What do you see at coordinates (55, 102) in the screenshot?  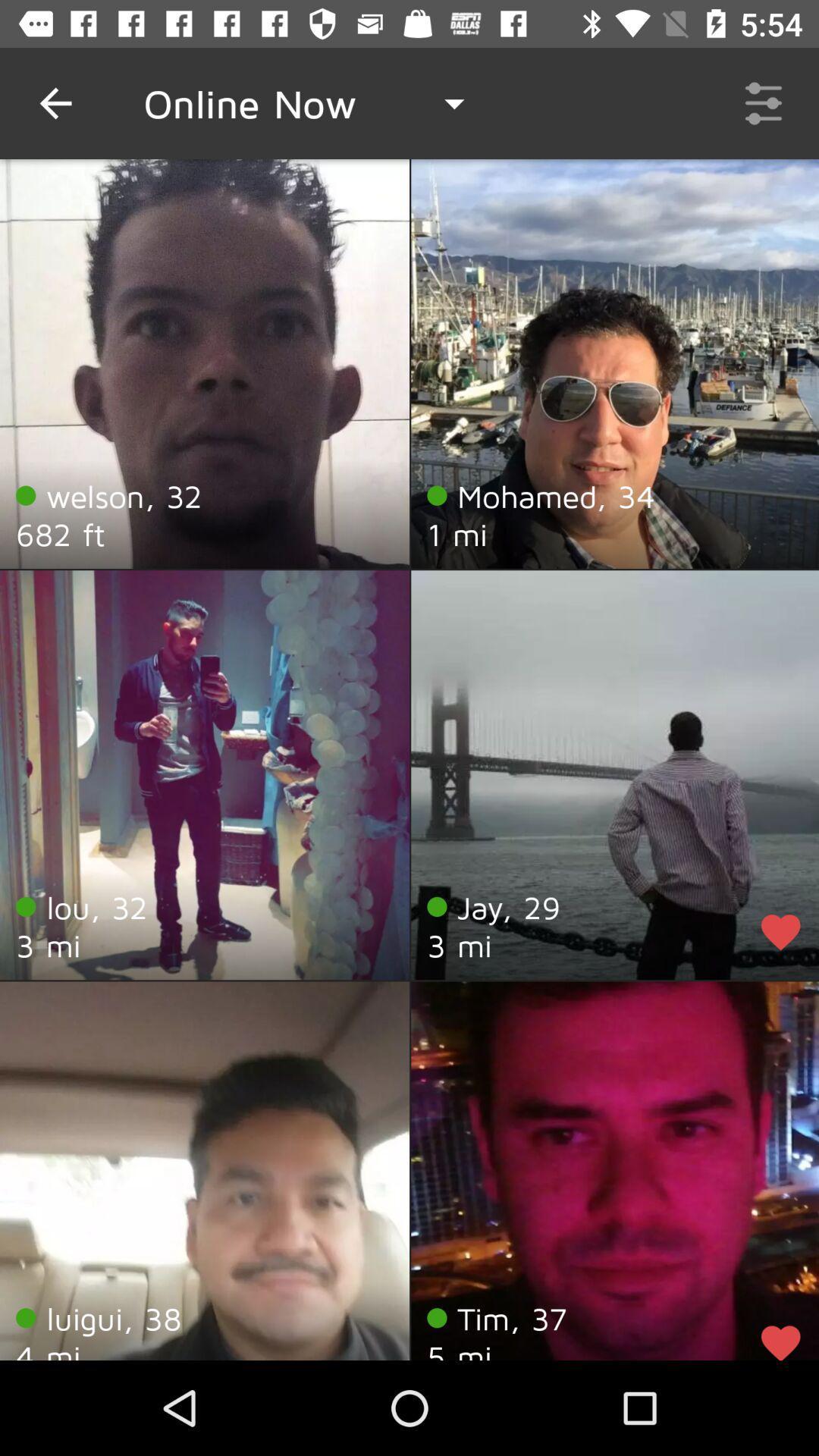 I see `icon next to the online now item` at bounding box center [55, 102].